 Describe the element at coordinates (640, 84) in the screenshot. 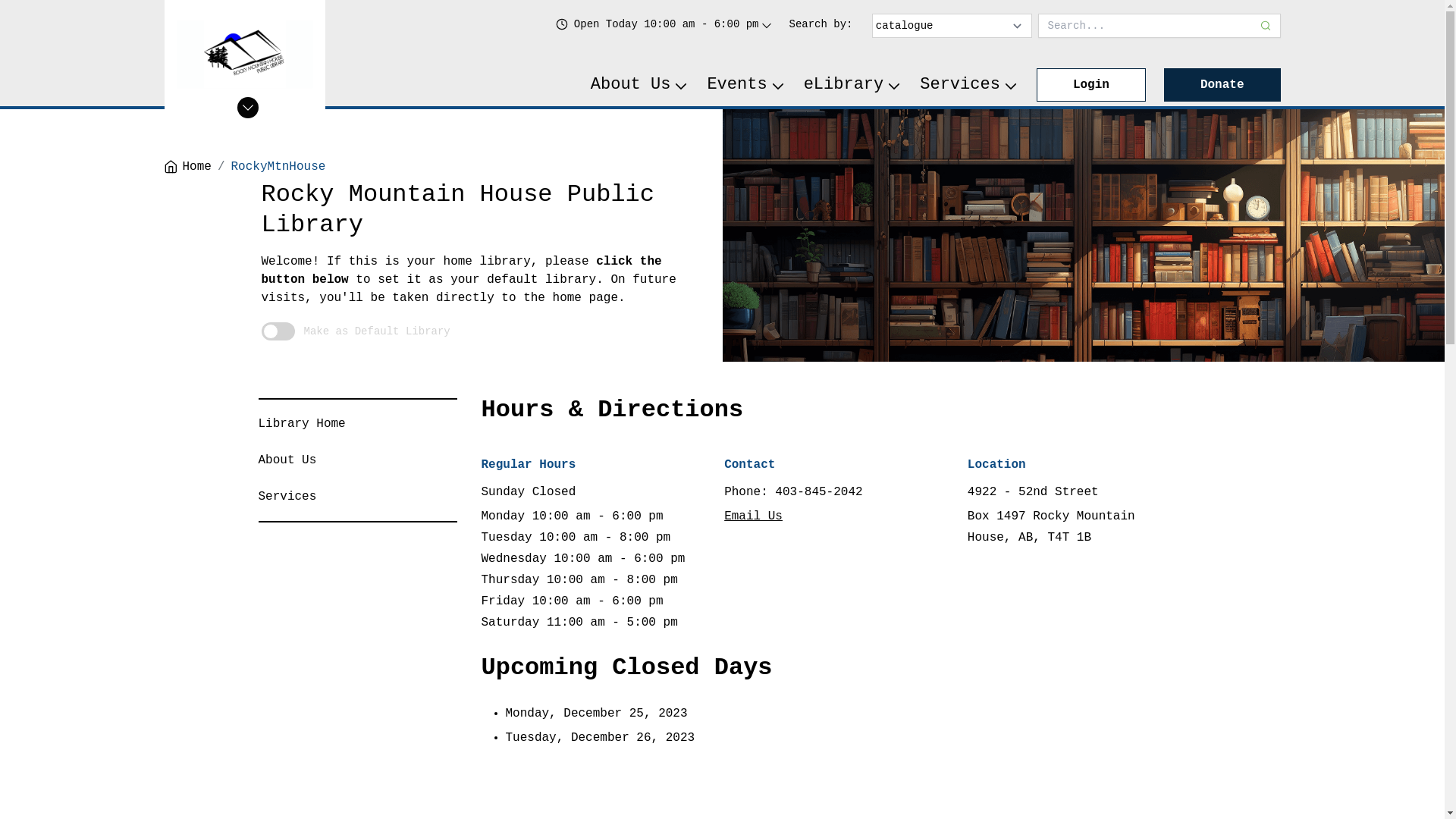

I see `'About Us'` at that location.